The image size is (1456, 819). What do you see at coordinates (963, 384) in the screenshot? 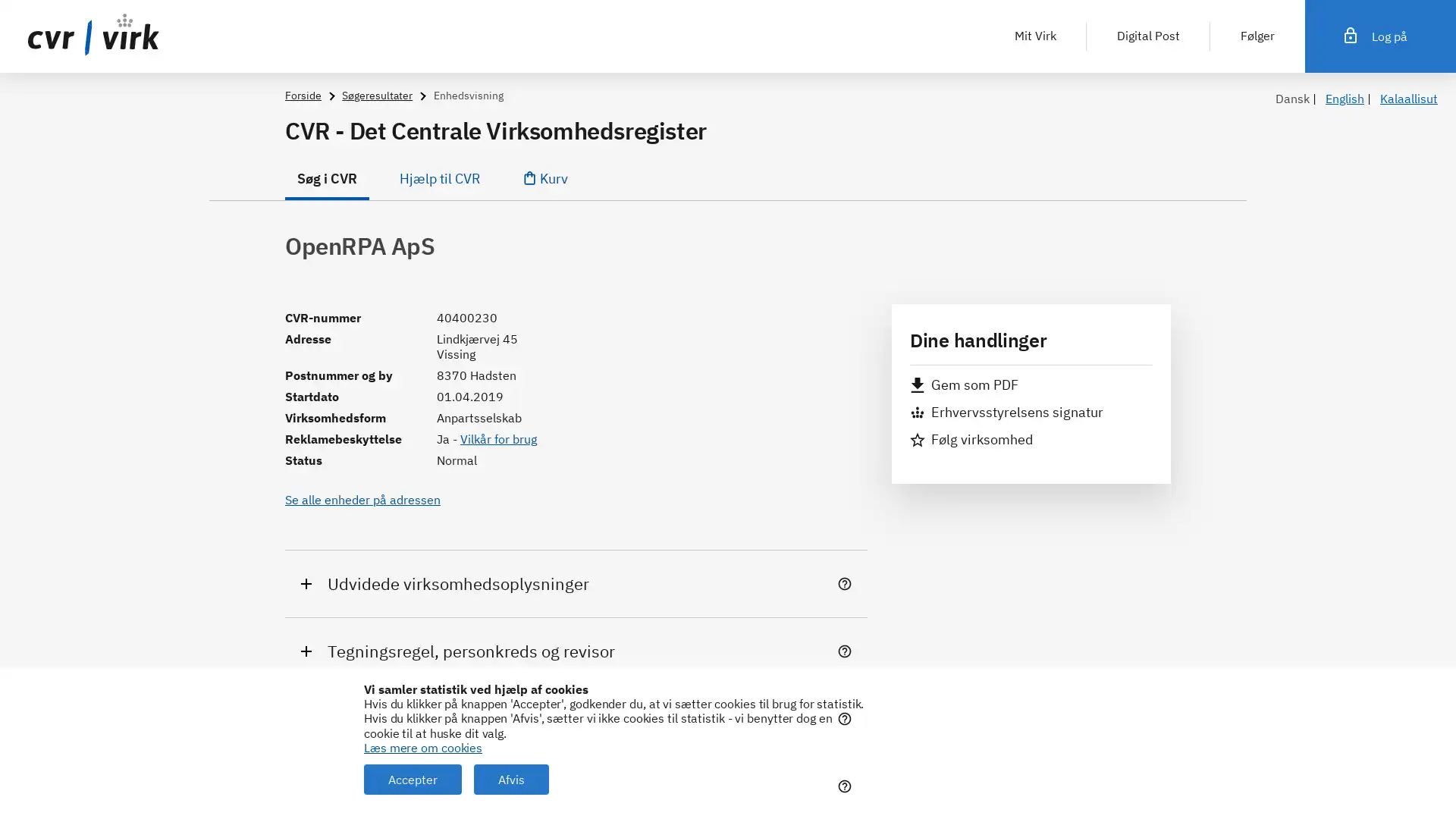
I see `Gem som PDF` at bounding box center [963, 384].